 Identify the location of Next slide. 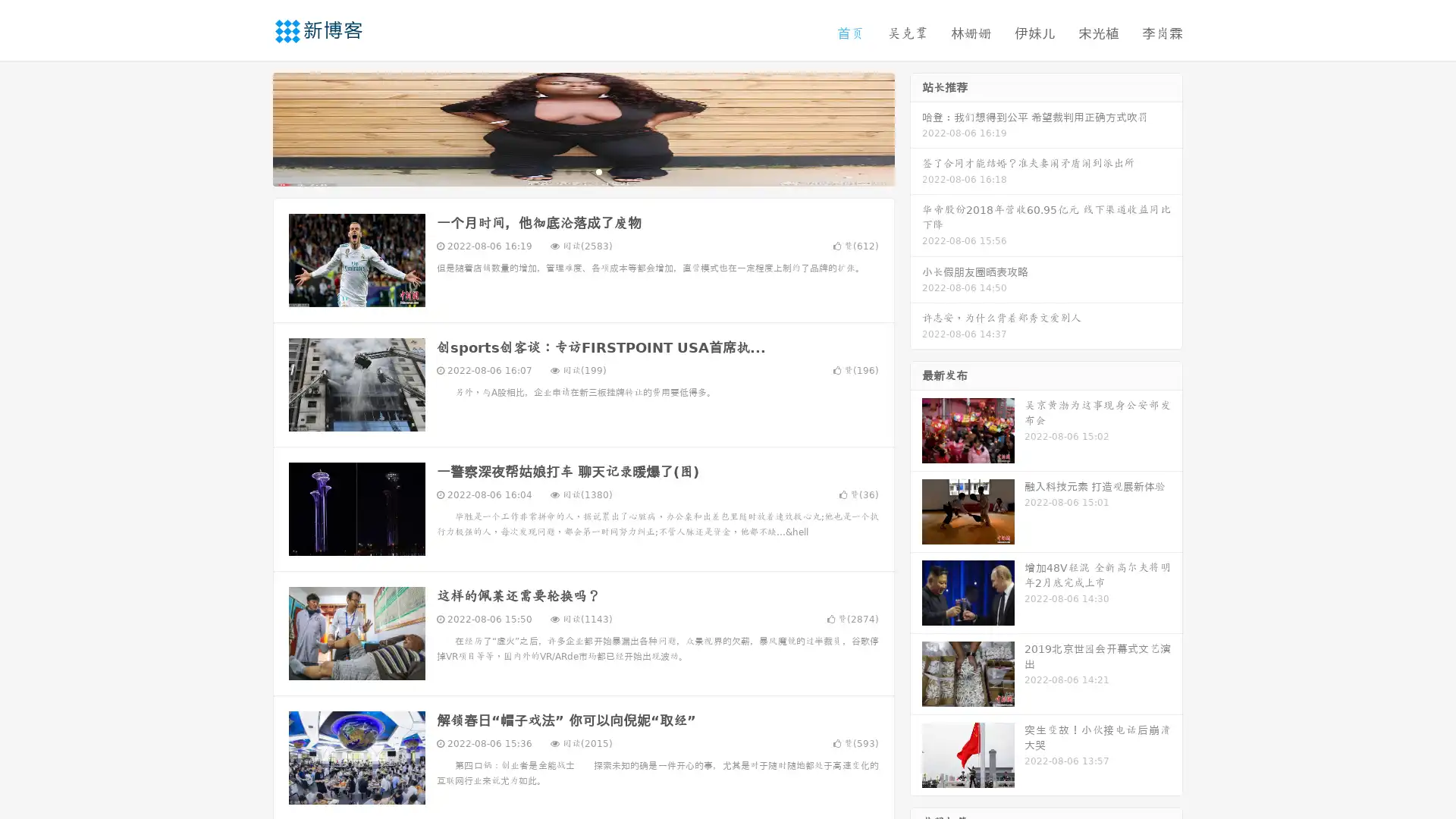
(916, 127).